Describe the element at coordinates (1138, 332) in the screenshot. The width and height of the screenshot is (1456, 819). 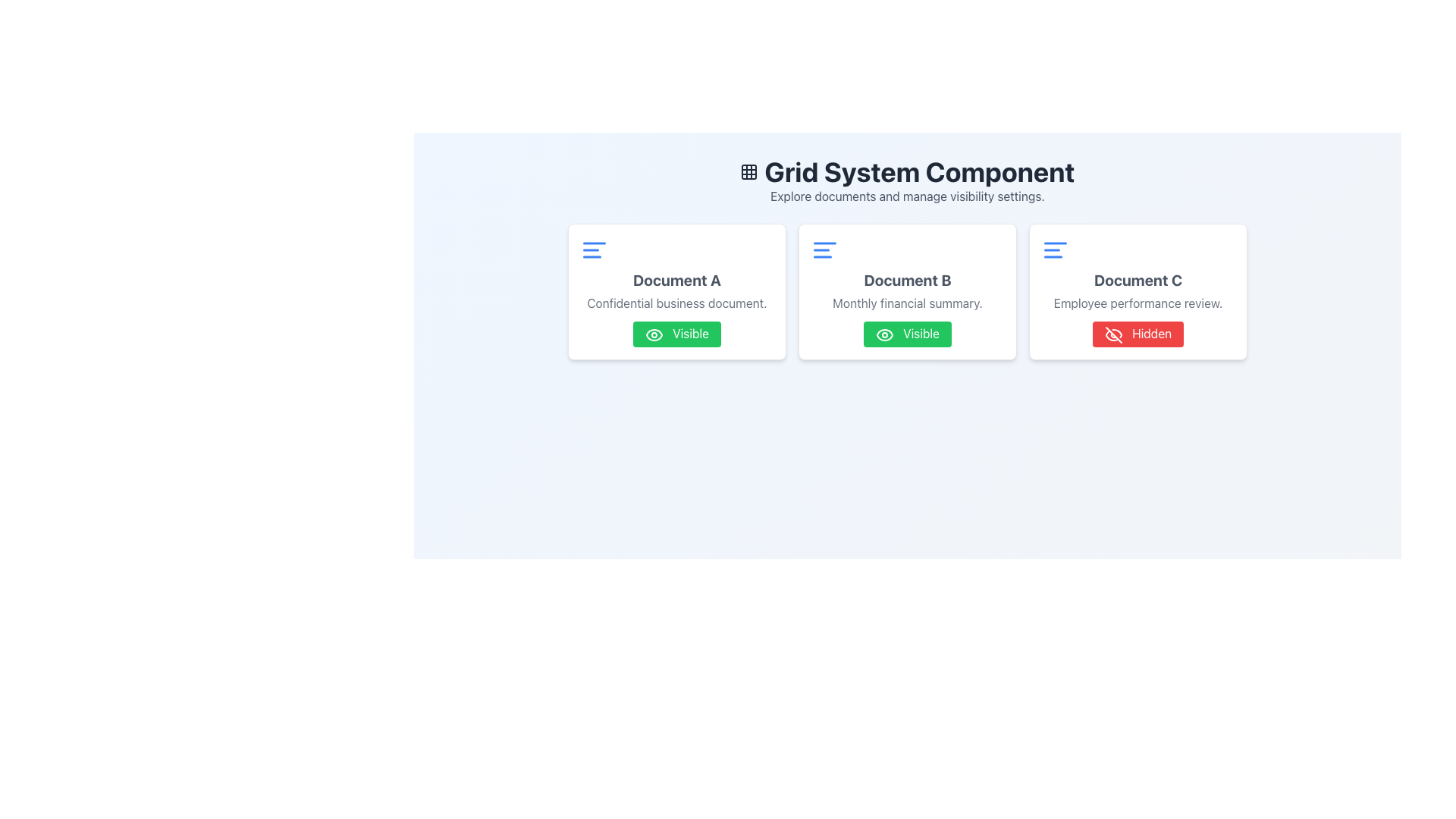
I see `the rectangular button with rounded edges and a vivid red background labeled 'Hidden'` at that location.